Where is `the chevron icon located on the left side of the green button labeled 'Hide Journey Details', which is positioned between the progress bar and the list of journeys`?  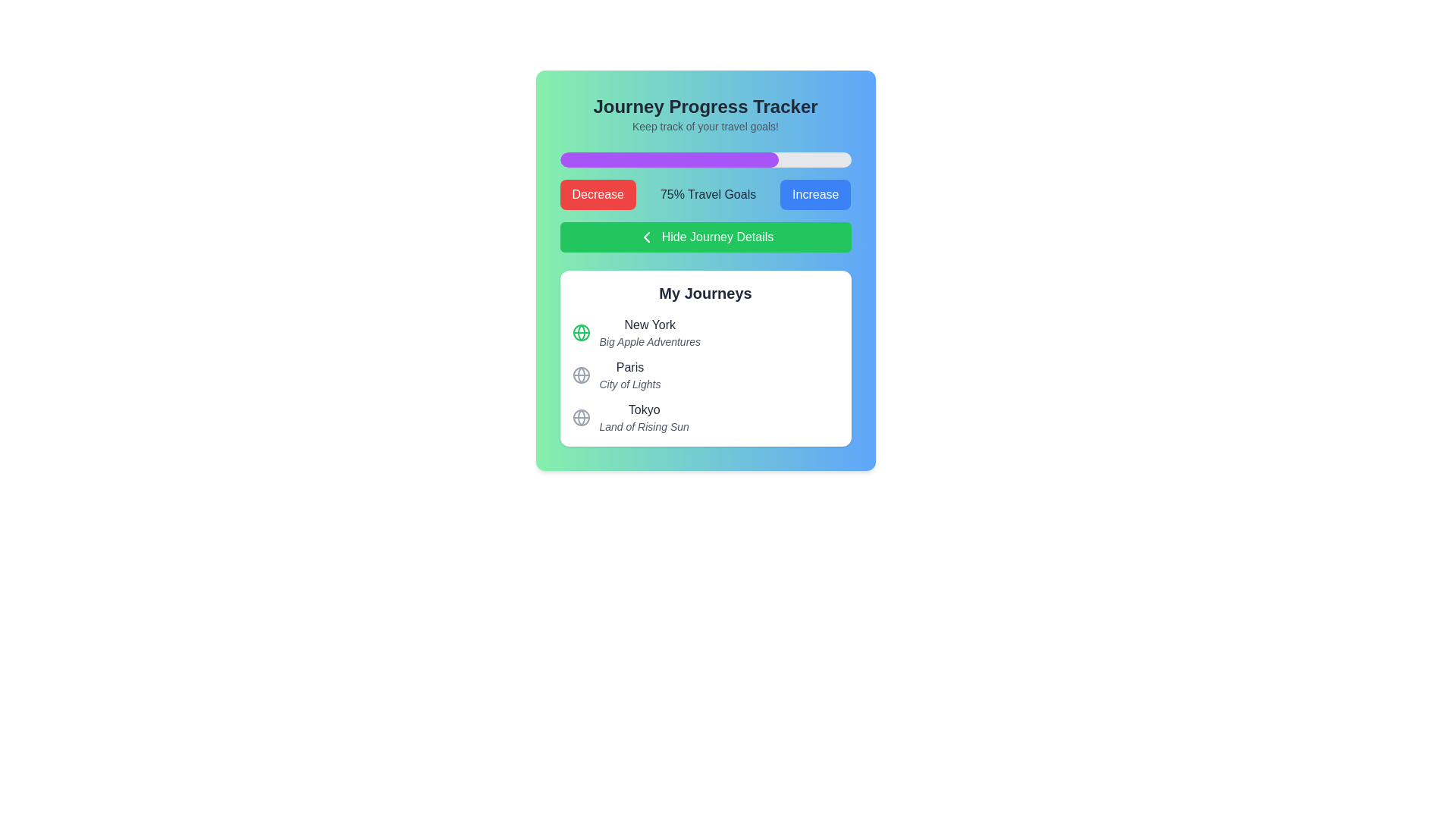 the chevron icon located on the left side of the green button labeled 'Hide Journey Details', which is positioned between the progress bar and the list of journeys is located at coordinates (646, 237).